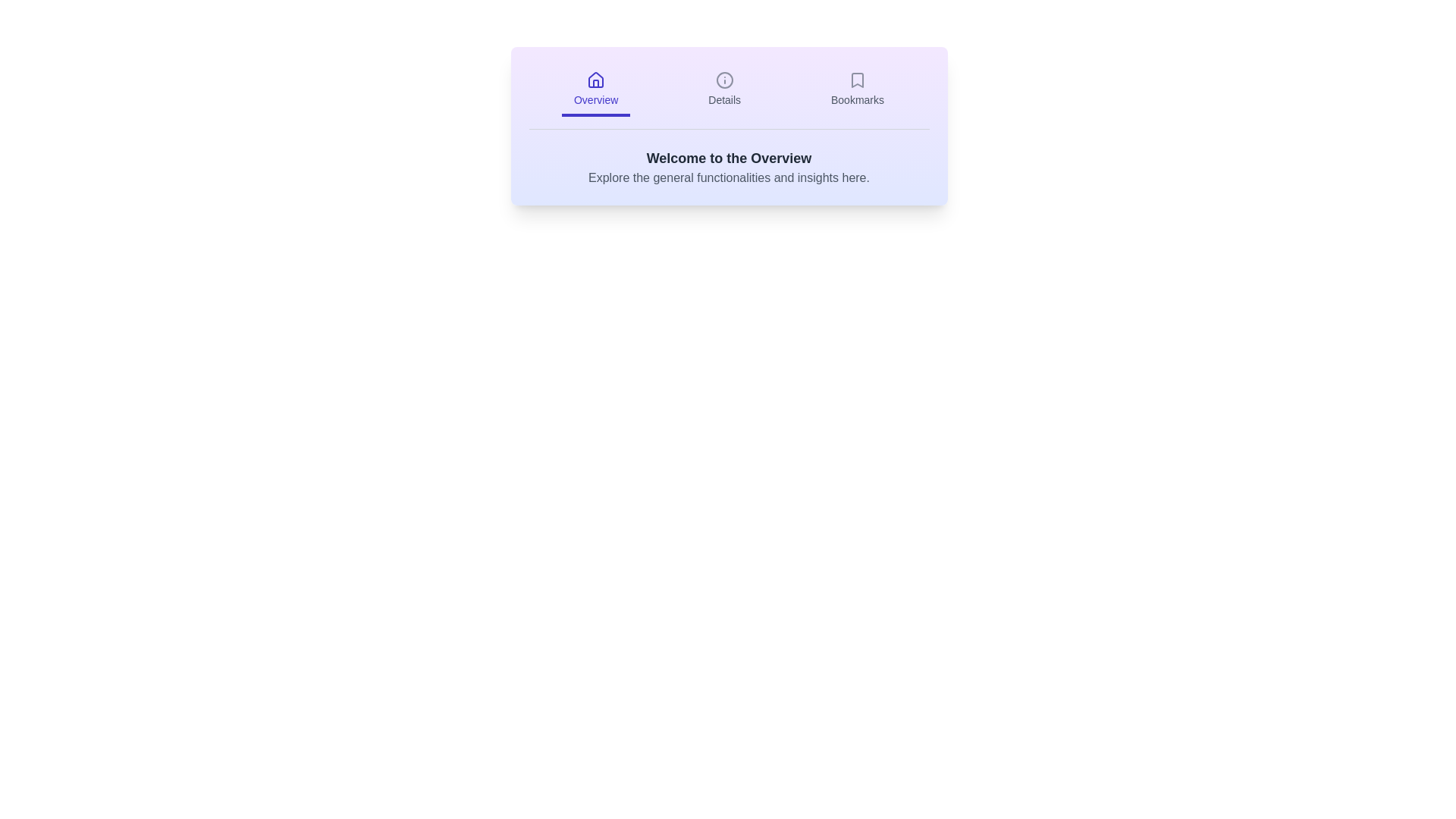 Image resolution: width=1456 pixels, height=819 pixels. What do you see at coordinates (858, 90) in the screenshot?
I see `the third Navigation item in the horizontal navigation bar, which features a bookmark icon and the text 'Bookmarks'` at bounding box center [858, 90].